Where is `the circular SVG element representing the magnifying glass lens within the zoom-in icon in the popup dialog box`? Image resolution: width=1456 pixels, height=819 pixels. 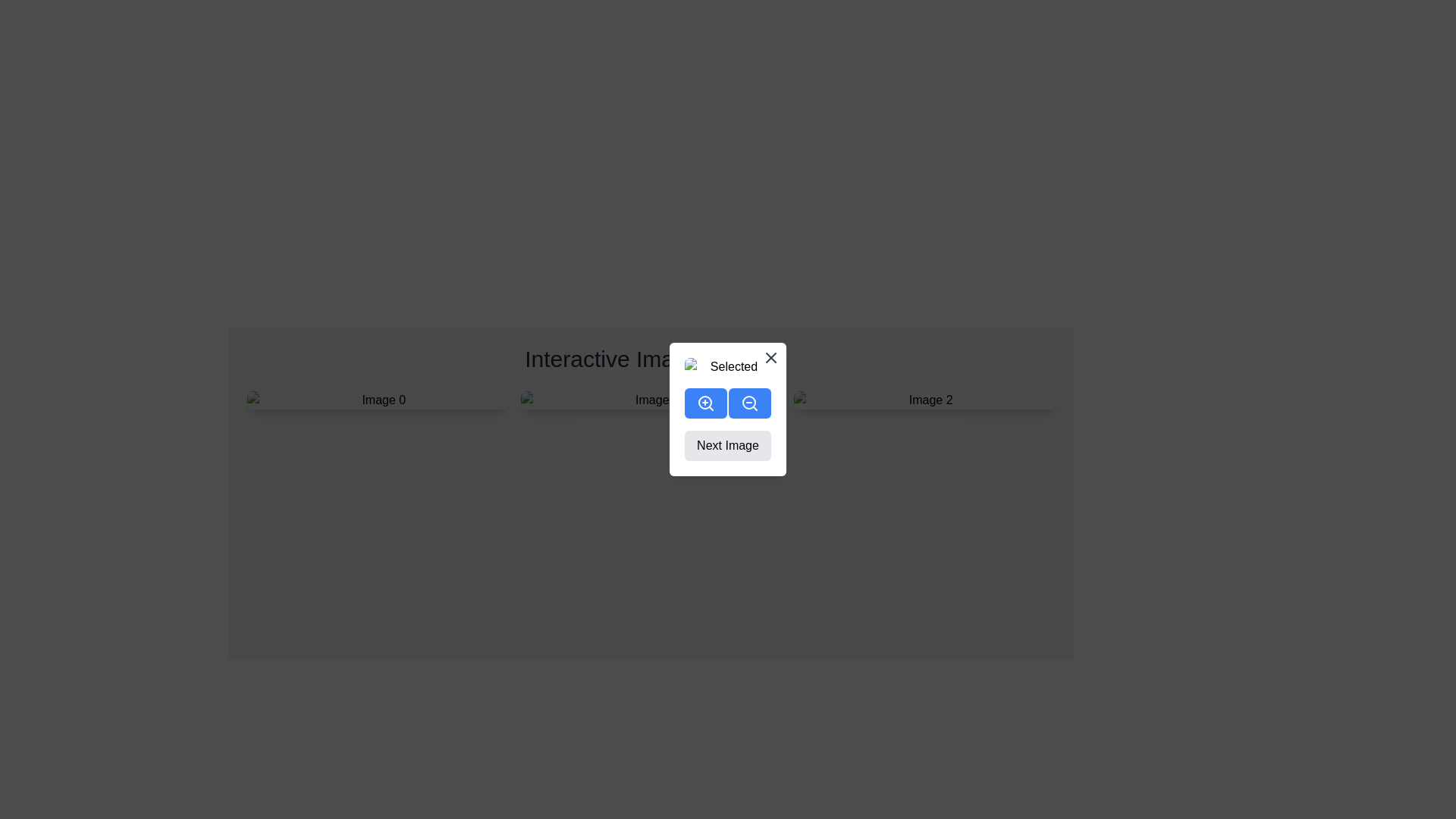 the circular SVG element representing the magnifying glass lens within the zoom-in icon in the popup dialog box is located at coordinates (704, 402).